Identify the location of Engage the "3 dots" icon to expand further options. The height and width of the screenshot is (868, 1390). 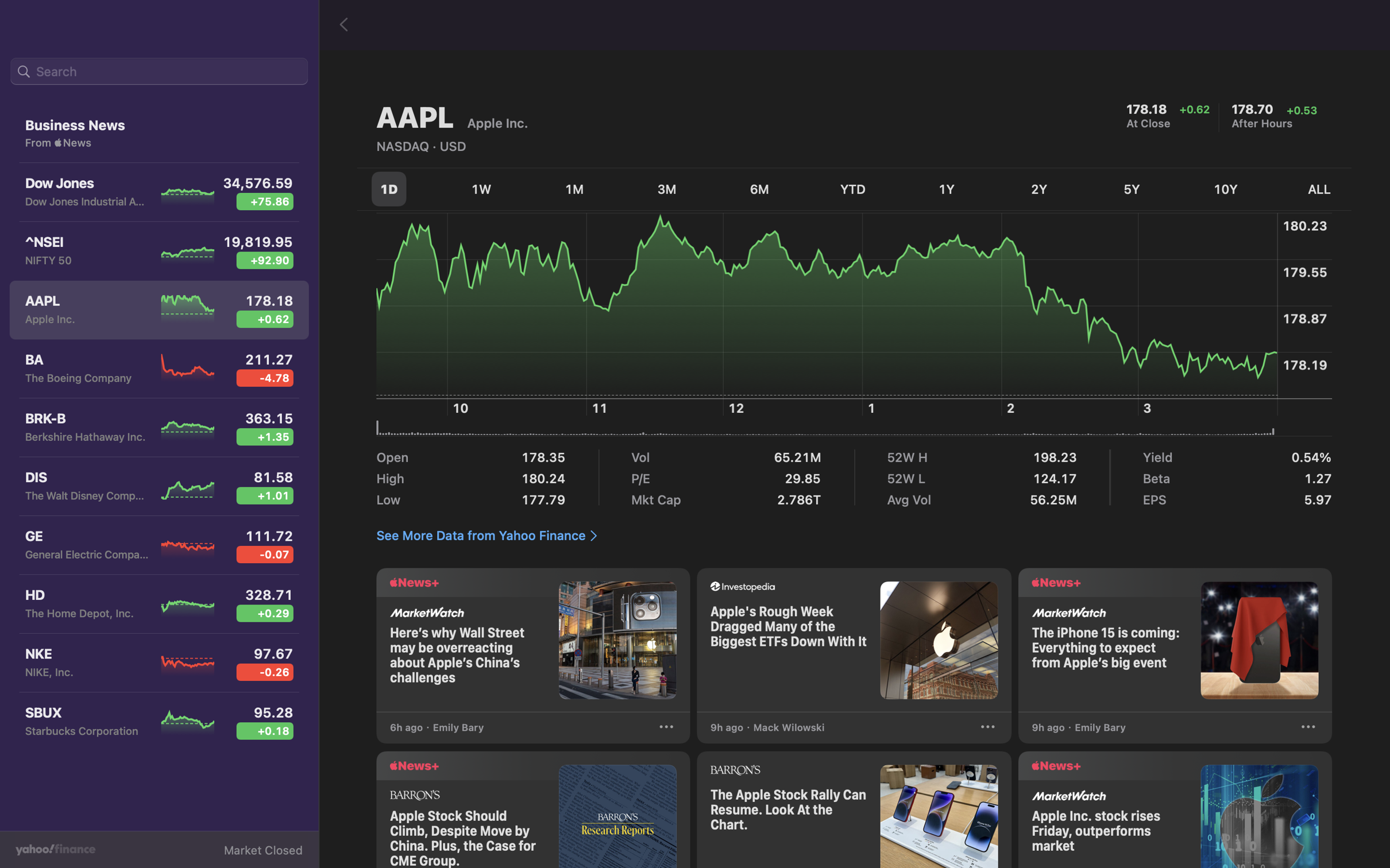
(1307, 728).